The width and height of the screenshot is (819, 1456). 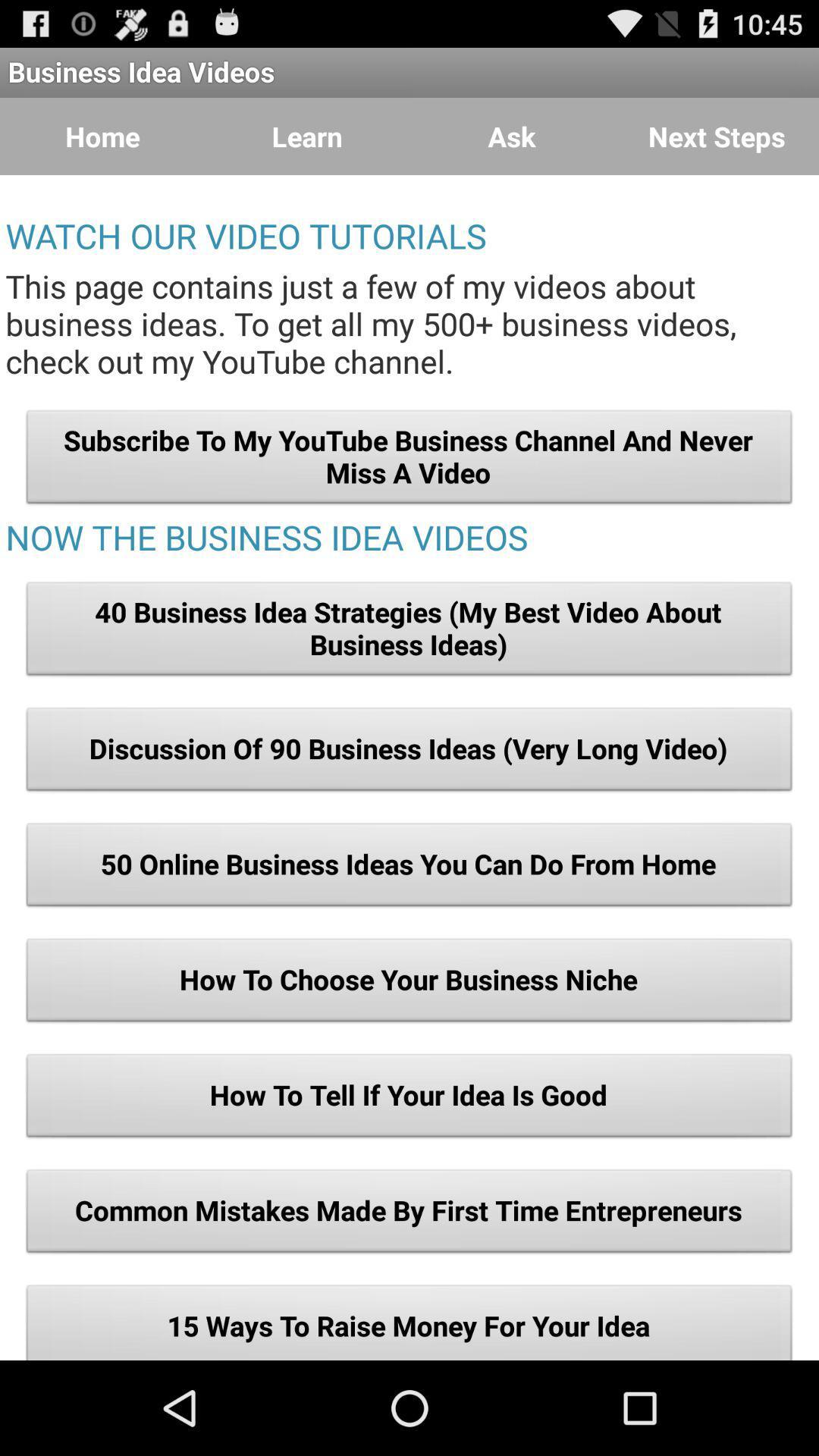 What do you see at coordinates (717, 136) in the screenshot?
I see `item at the top right corner` at bounding box center [717, 136].